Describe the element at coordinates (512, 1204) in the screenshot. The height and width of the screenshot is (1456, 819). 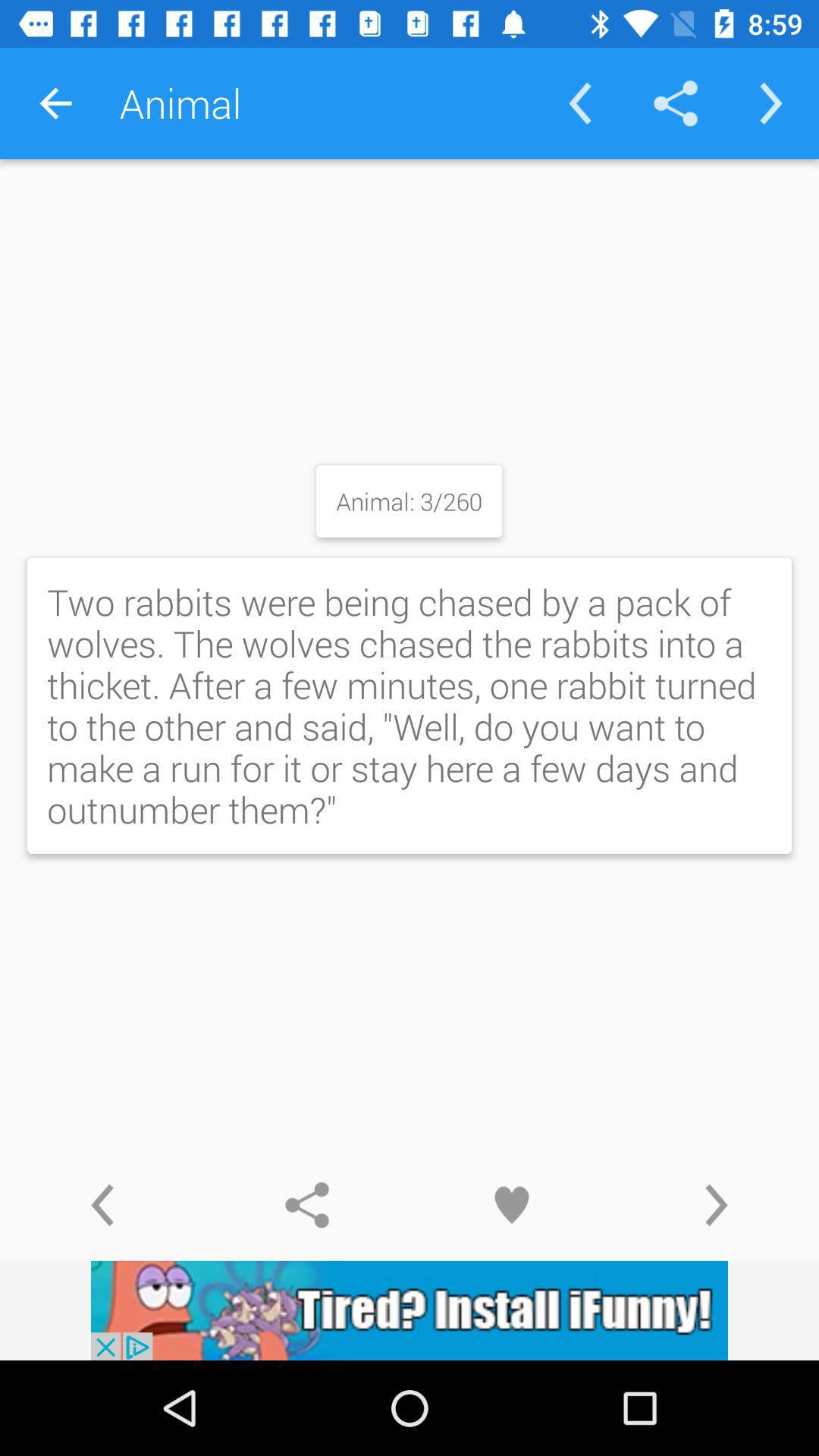
I see `to favourites` at that location.